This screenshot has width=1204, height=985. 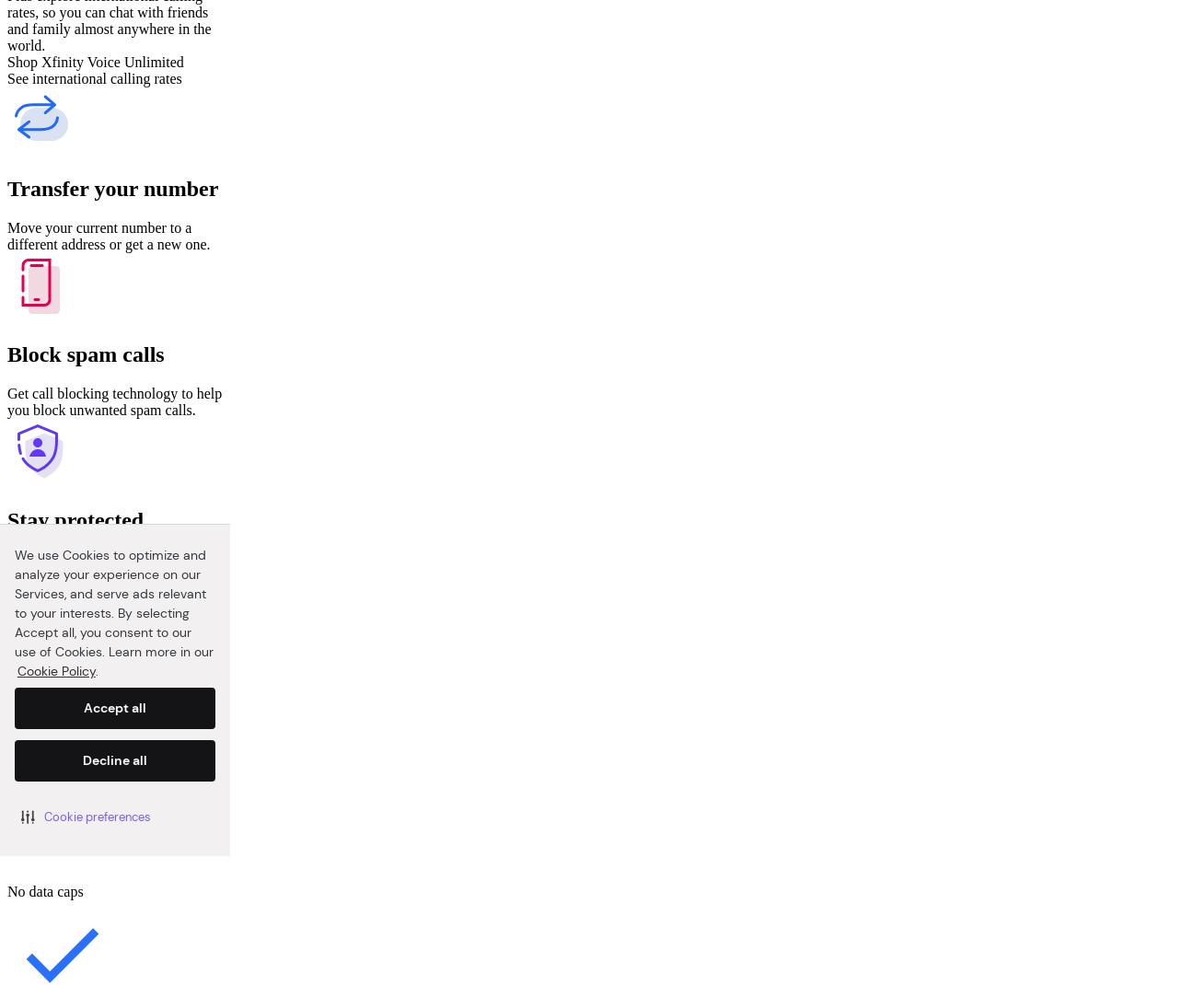 What do you see at coordinates (45, 890) in the screenshot?
I see `'No data caps'` at bounding box center [45, 890].